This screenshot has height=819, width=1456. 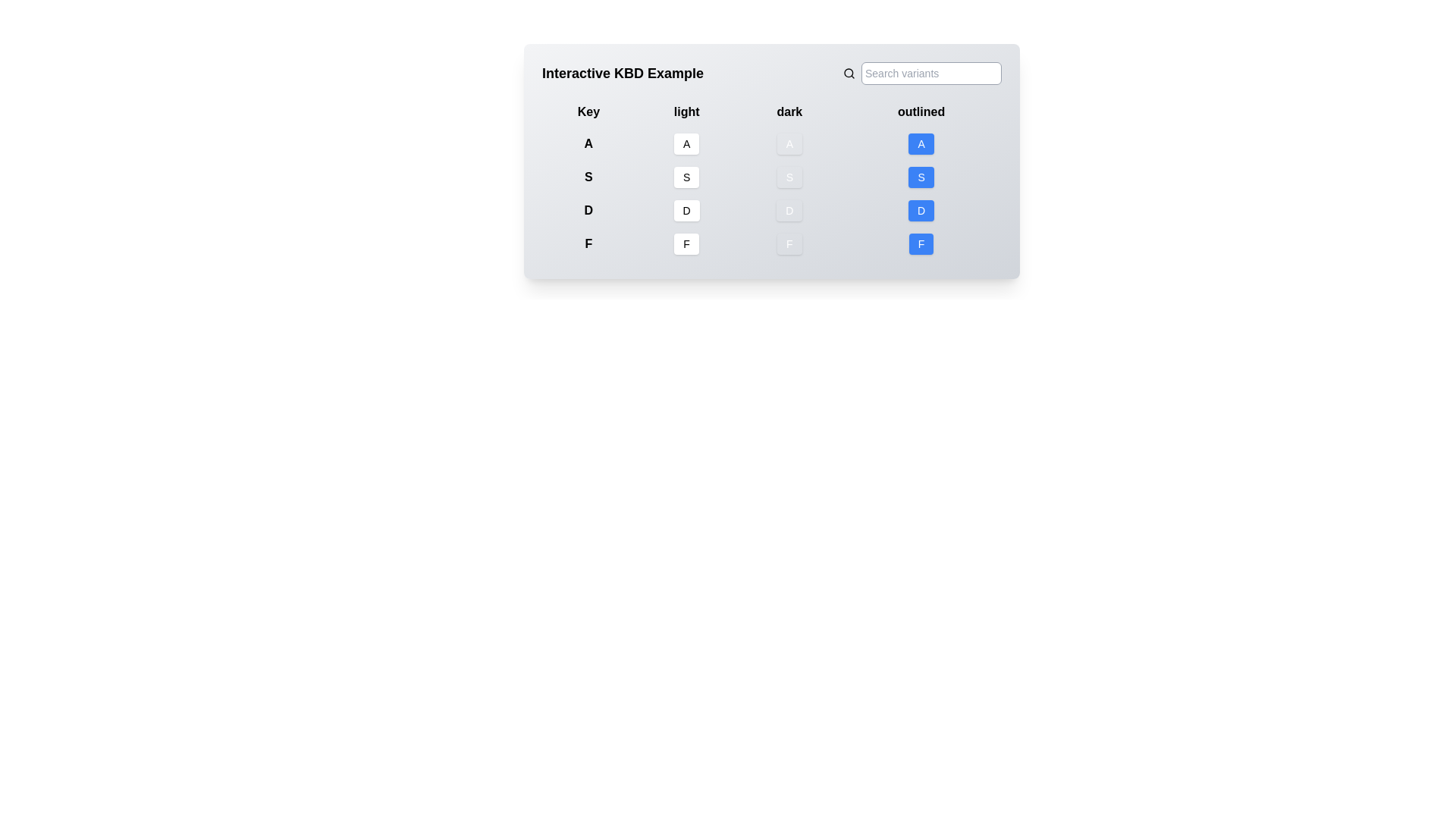 I want to click on the rectangular button with a white background and the uppercase letter 'A' in black, located under the 'light' column and aligned with the 'A' row in the 'Key' column, so click(x=686, y=143).